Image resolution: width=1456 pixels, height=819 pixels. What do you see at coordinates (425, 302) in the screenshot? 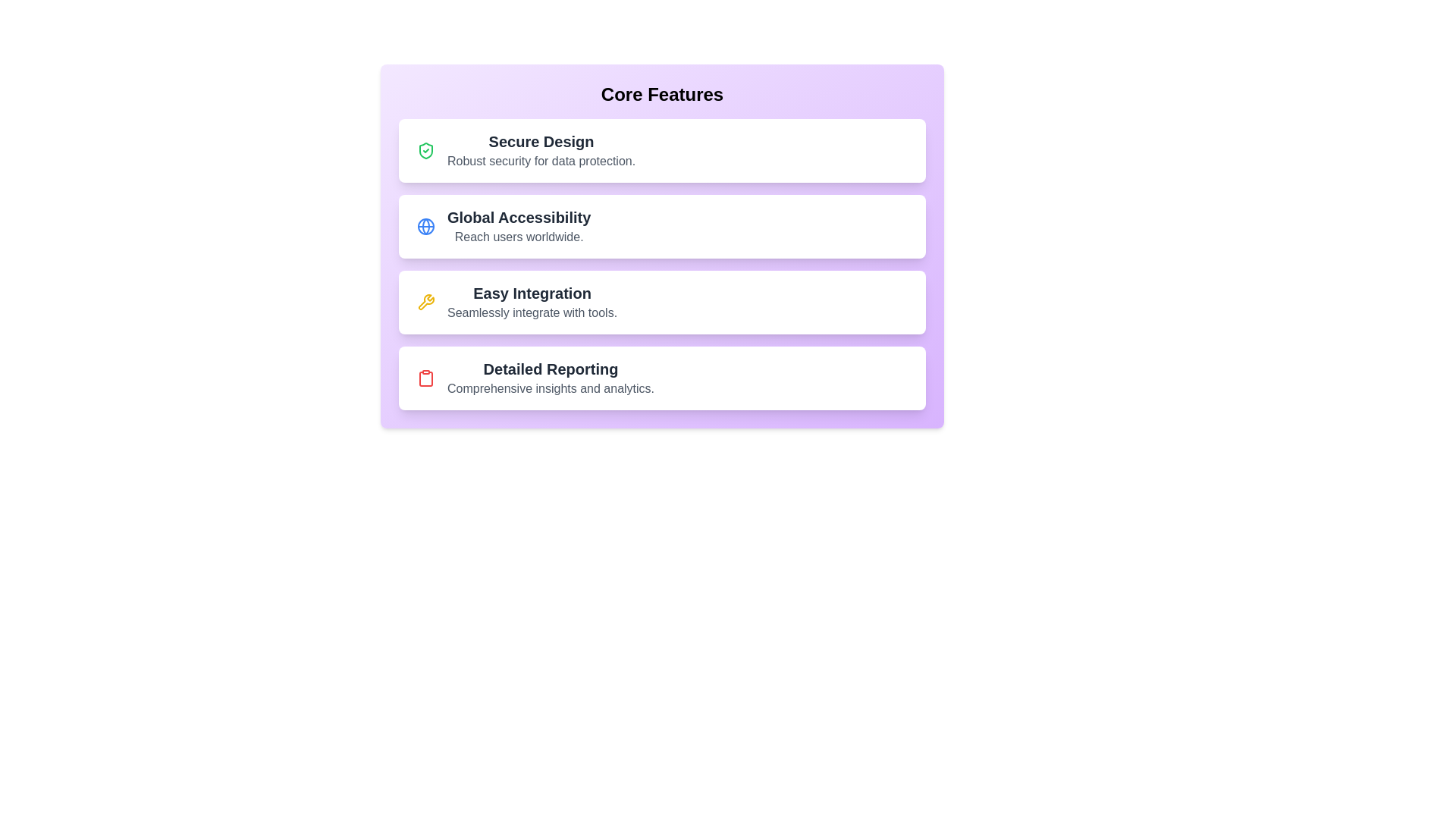
I see `the icon for Easy Integration to display additional information` at bounding box center [425, 302].